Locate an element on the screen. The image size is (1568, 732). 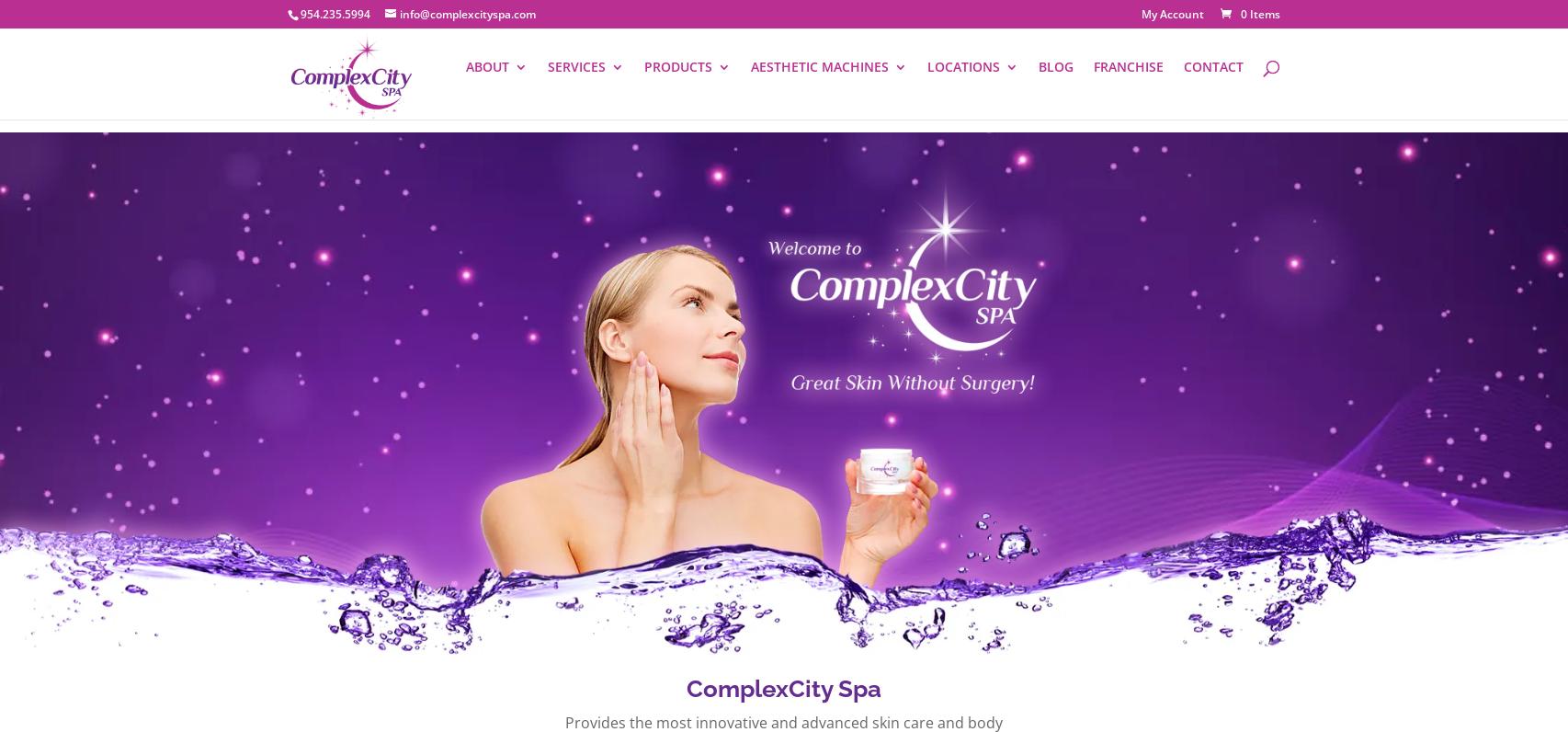
'TESTIMONIALS' is located at coordinates (501, 208).